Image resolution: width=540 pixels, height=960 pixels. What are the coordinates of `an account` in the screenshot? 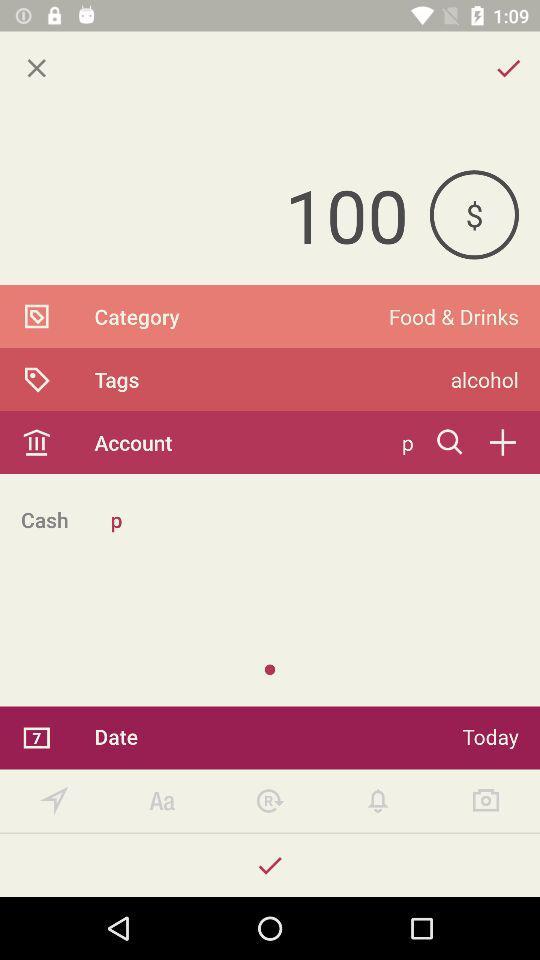 It's located at (501, 442).